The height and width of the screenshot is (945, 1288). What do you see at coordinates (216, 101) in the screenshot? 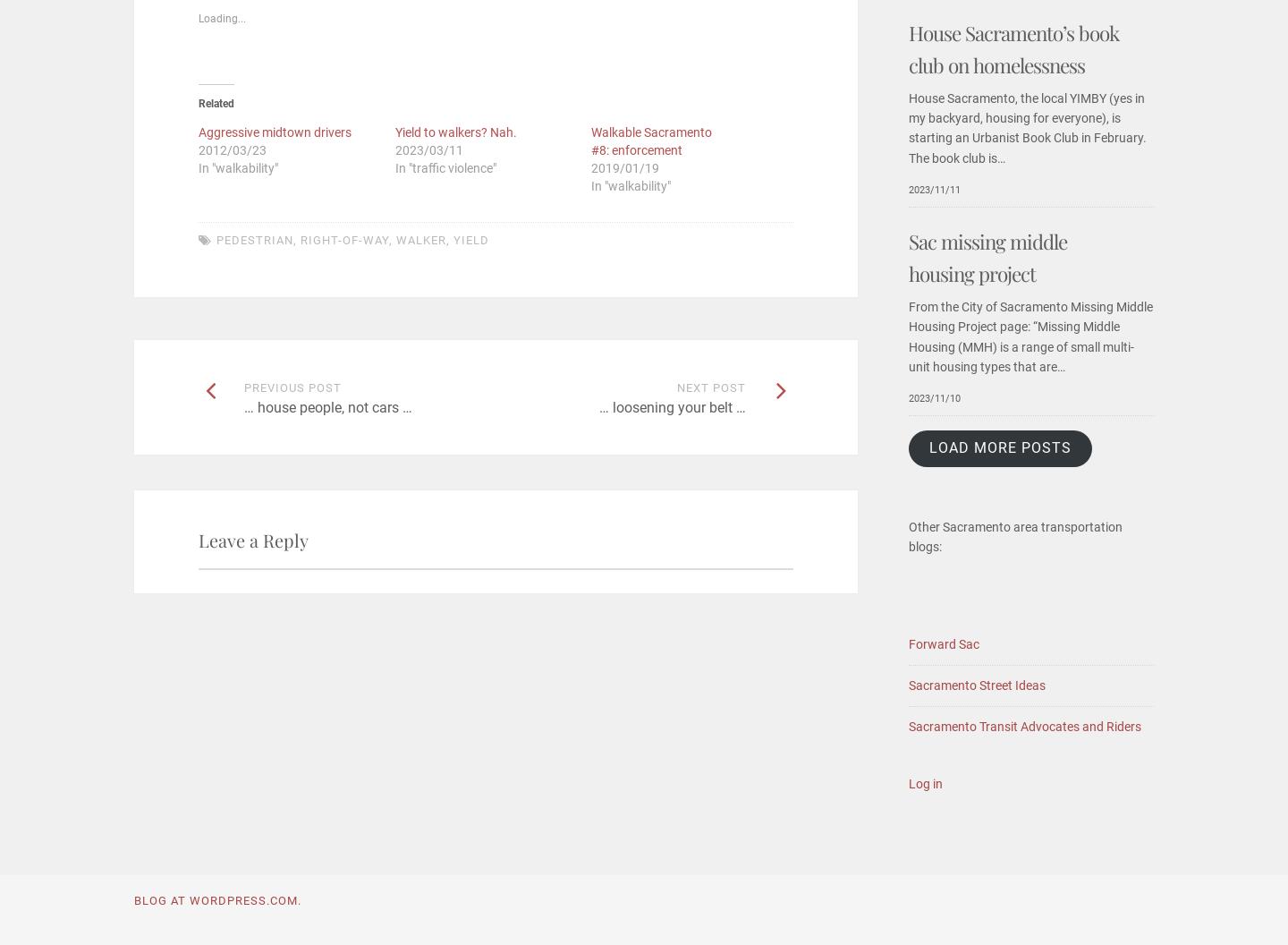
I see `'Related'` at bounding box center [216, 101].